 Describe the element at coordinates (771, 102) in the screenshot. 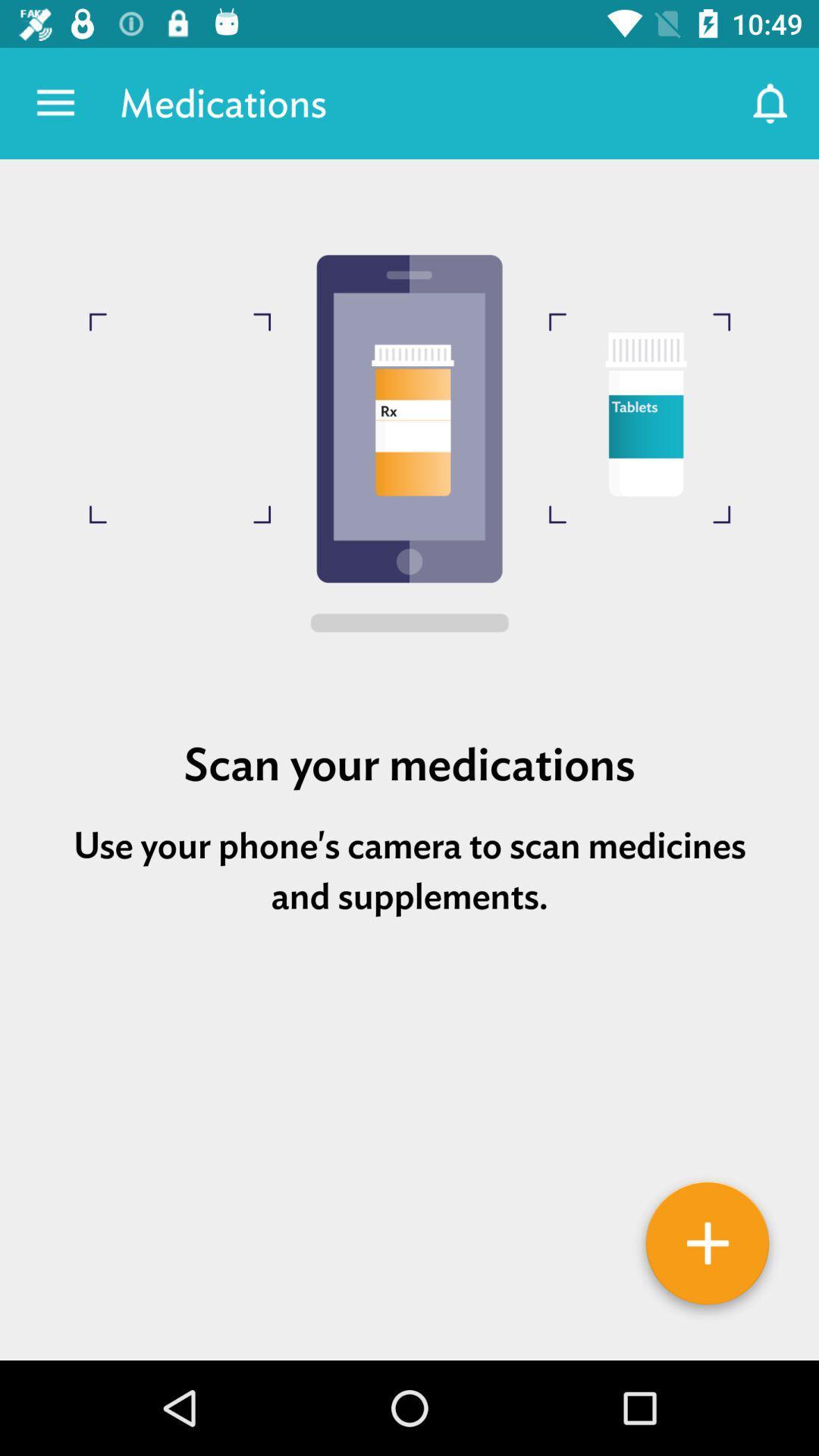

I see `icon to the right of medications app` at that location.